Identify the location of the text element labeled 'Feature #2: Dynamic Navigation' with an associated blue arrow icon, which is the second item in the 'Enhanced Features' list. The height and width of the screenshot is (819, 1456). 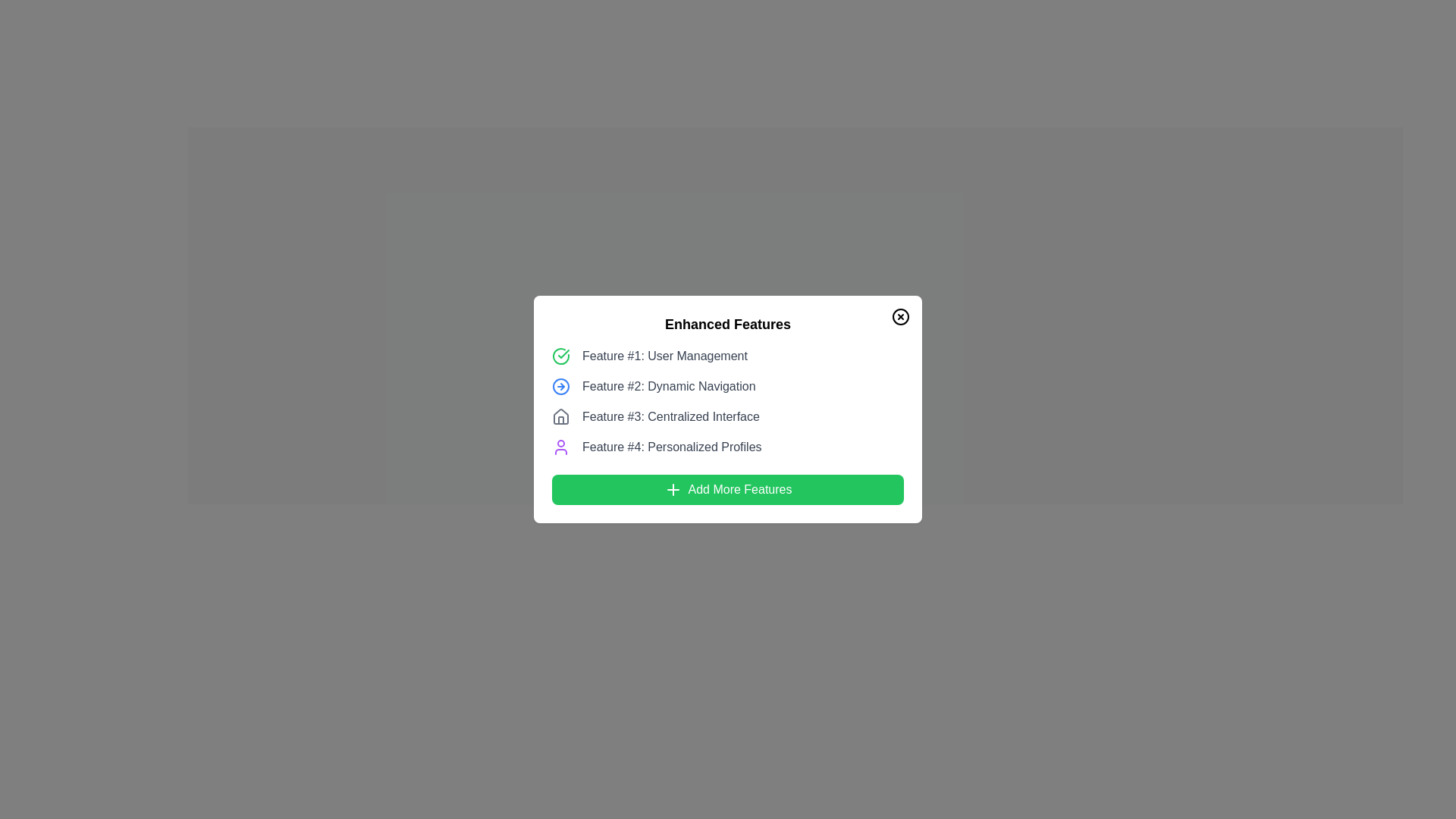
(728, 385).